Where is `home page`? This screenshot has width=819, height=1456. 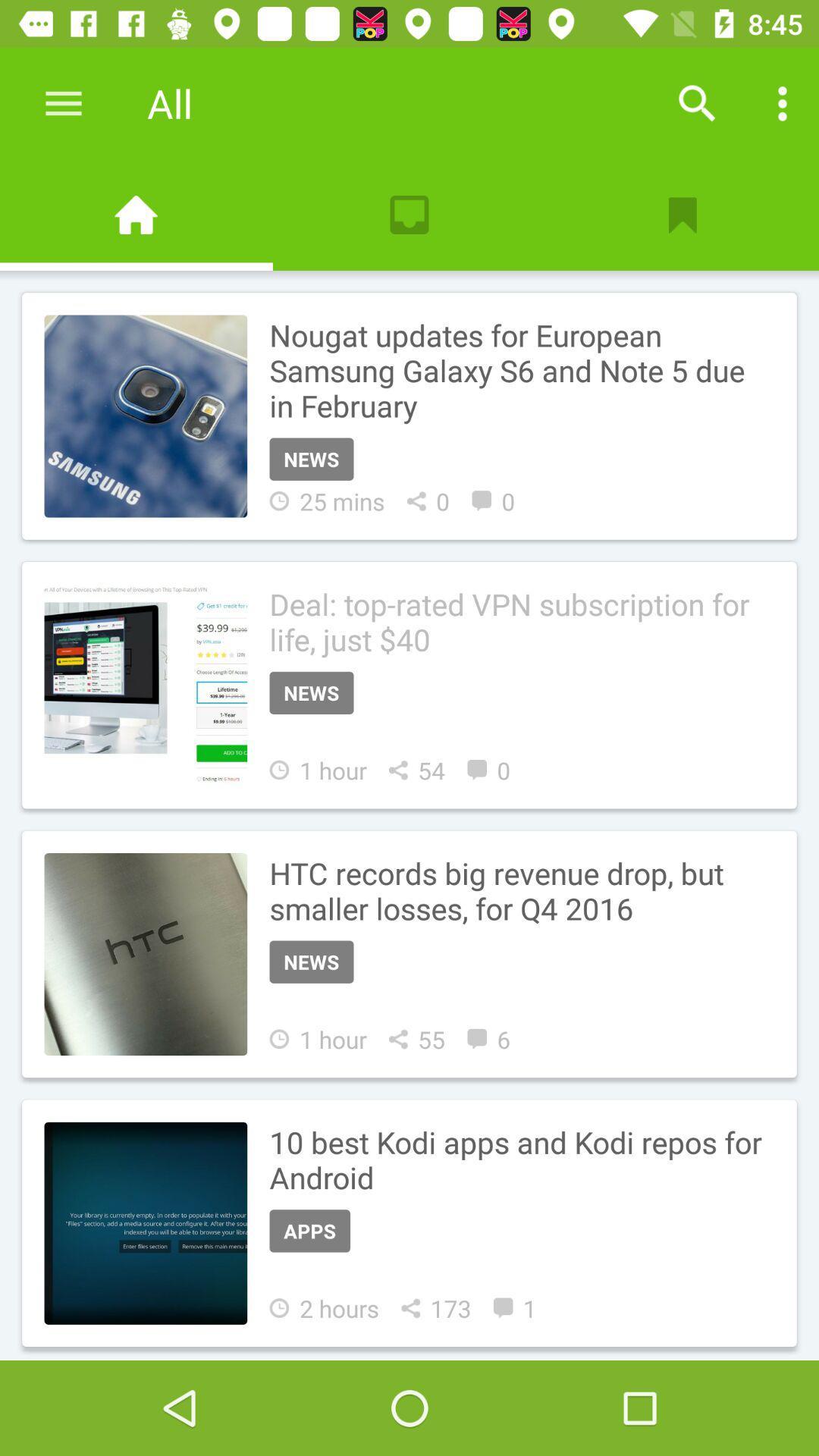
home page is located at coordinates (136, 214).